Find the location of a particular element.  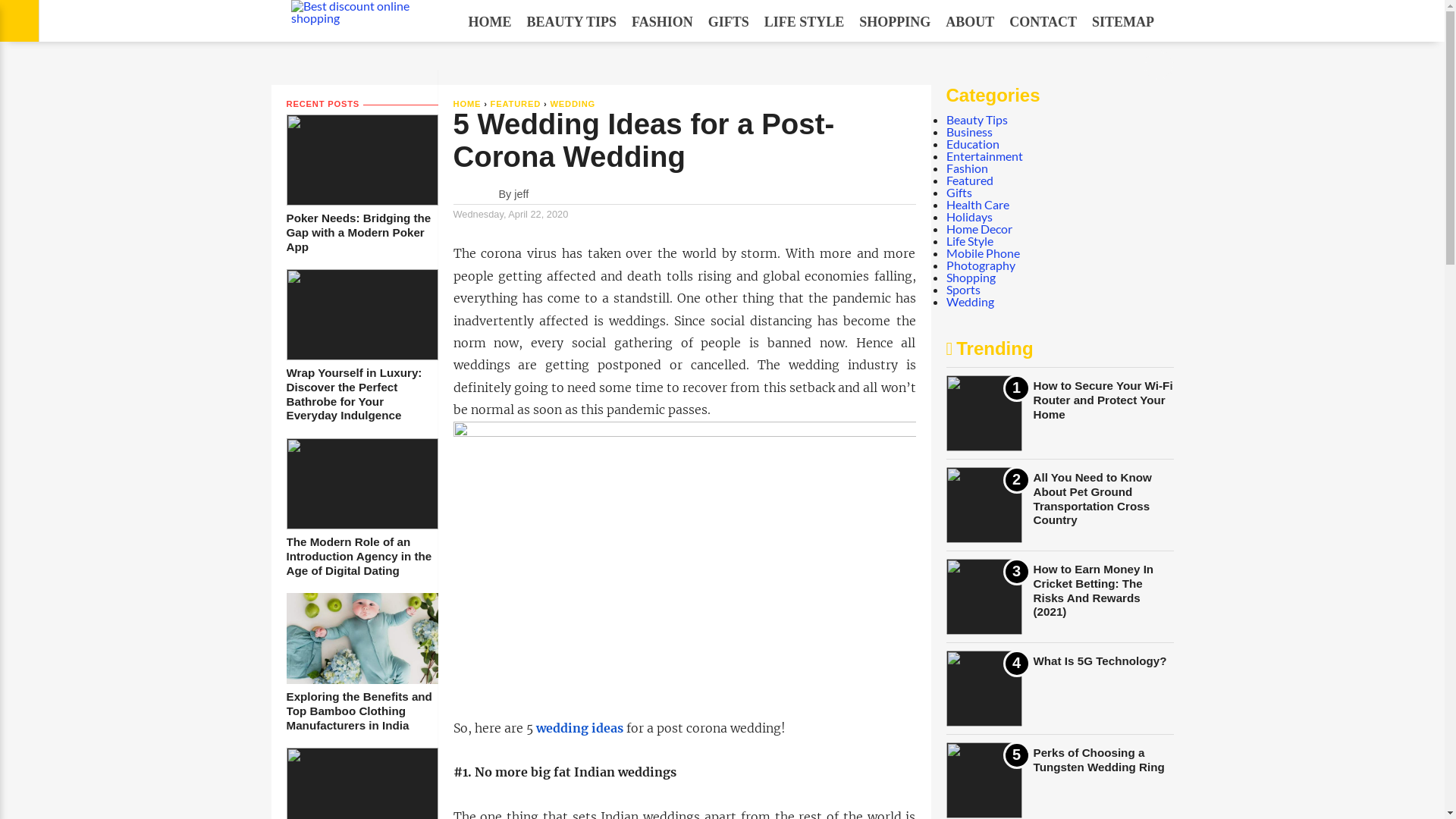

'CONTACT' is located at coordinates (1042, 22).